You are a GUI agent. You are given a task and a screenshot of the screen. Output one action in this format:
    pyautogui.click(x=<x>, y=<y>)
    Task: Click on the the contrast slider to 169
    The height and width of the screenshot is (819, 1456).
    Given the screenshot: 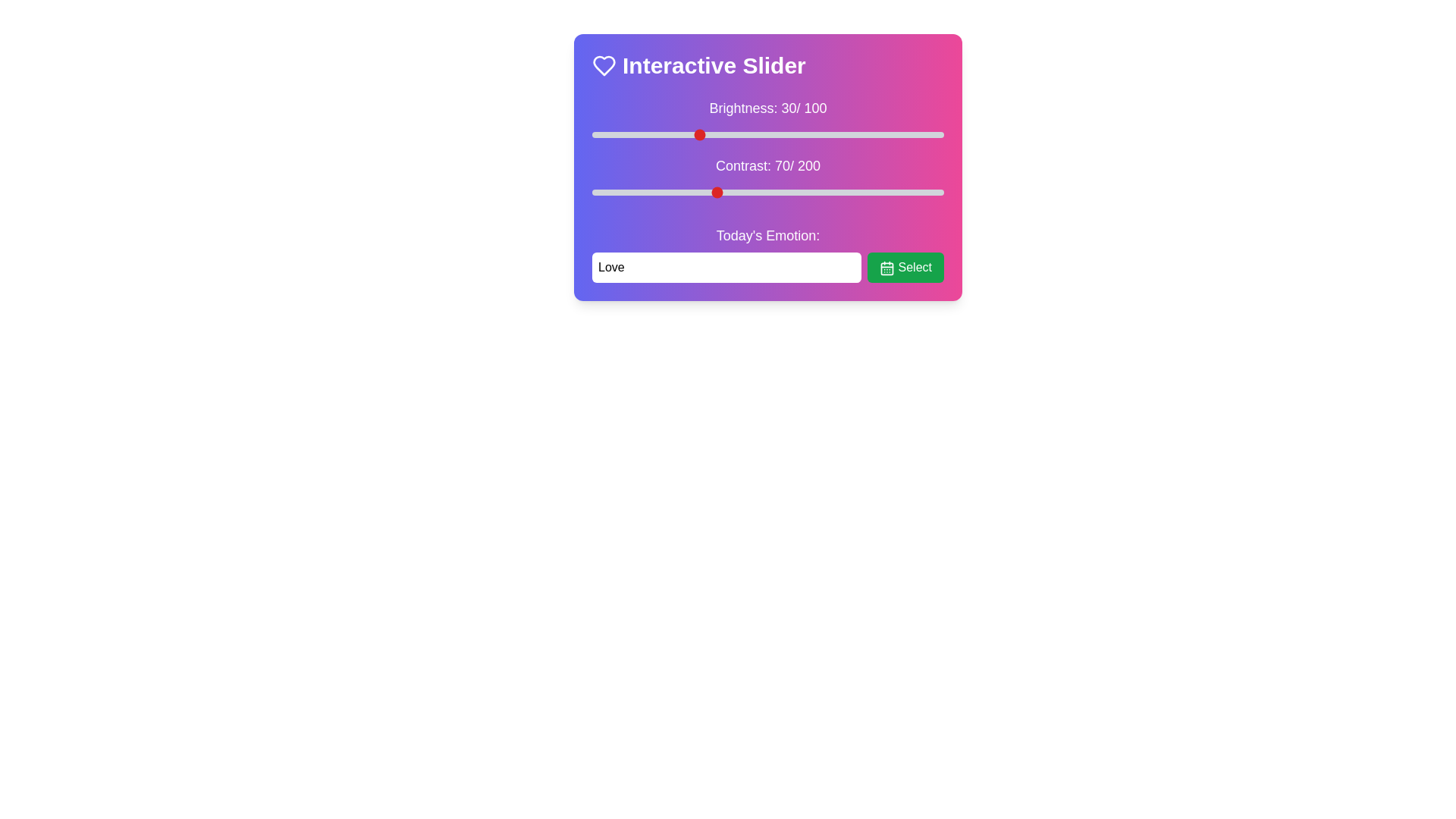 What is the action you would take?
    pyautogui.click(x=890, y=192)
    